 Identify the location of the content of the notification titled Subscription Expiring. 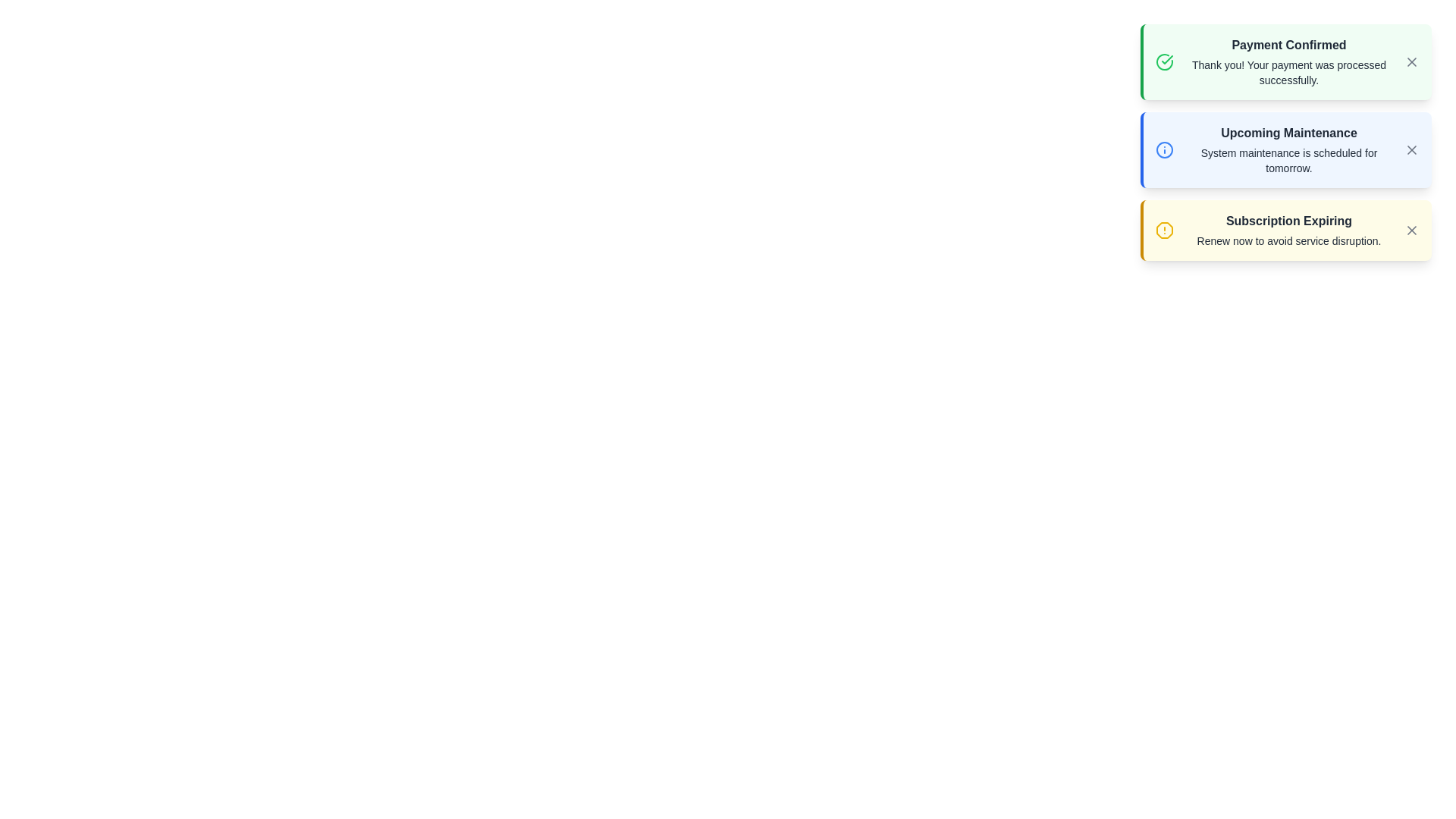
(1288, 231).